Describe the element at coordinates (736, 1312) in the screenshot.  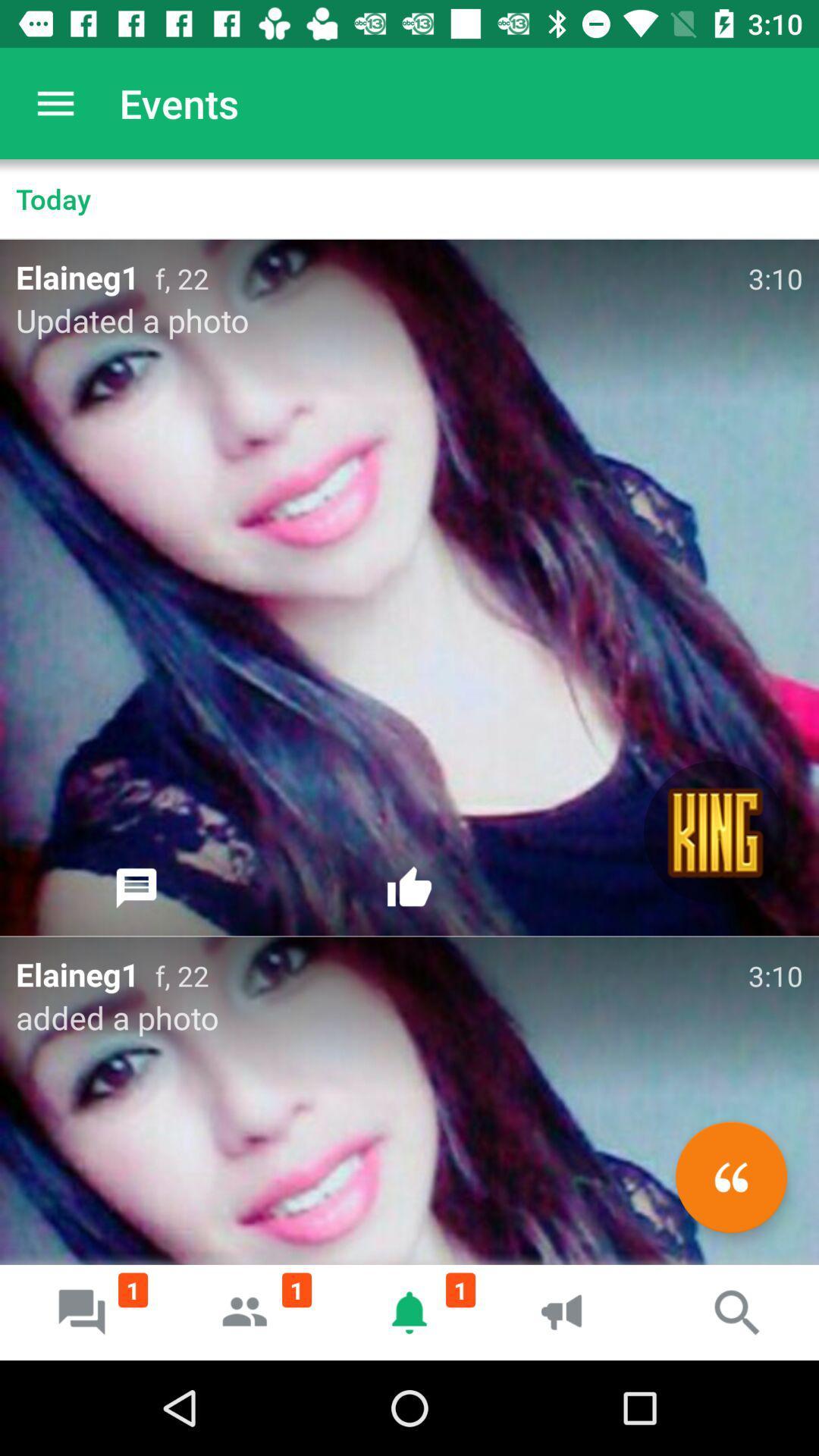
I see `the search button on the bottom right corner of the web page` at that location.